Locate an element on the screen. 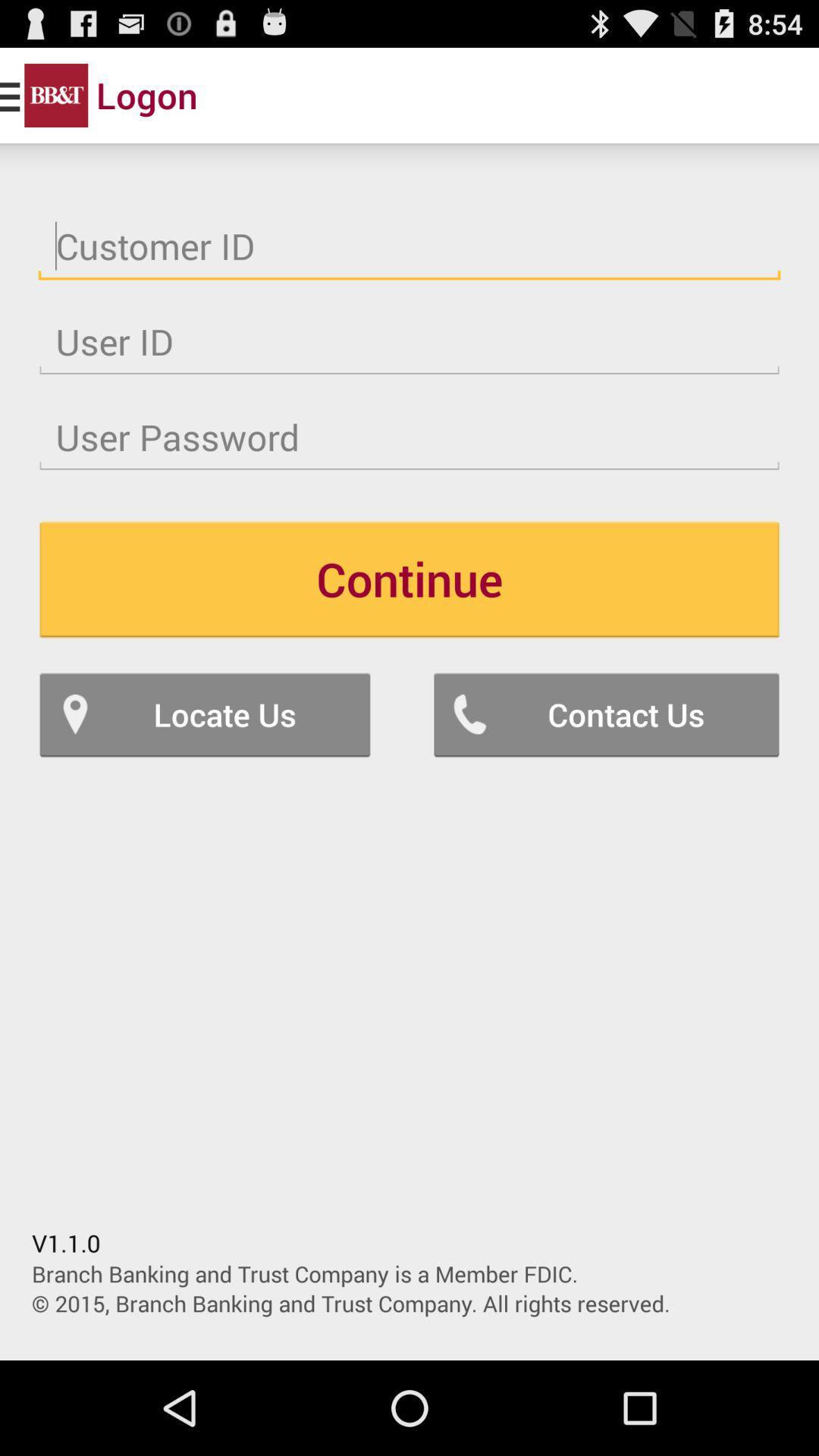  the button to the left of contact us is located at coordinates (205, 714).